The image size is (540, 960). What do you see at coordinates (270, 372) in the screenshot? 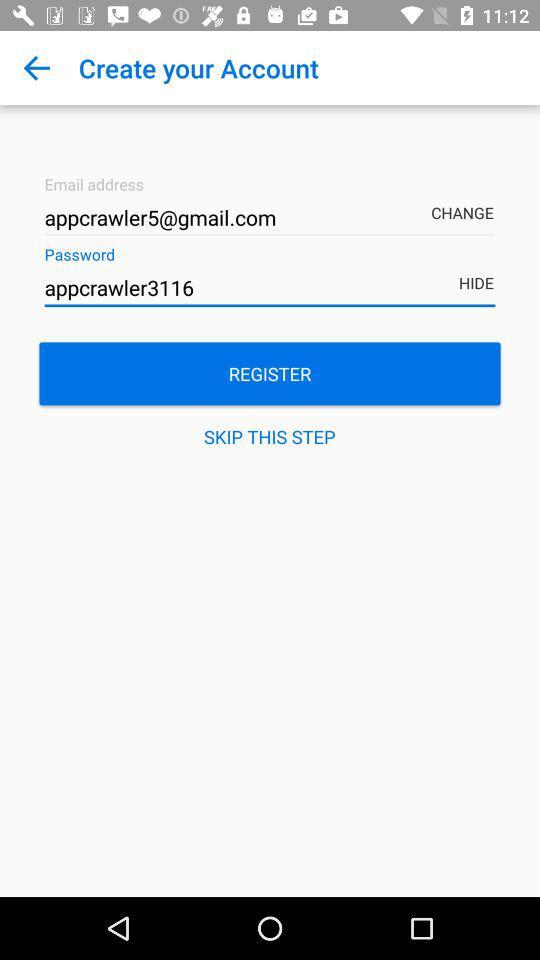
I see `register` at bounding box center [270, 372].